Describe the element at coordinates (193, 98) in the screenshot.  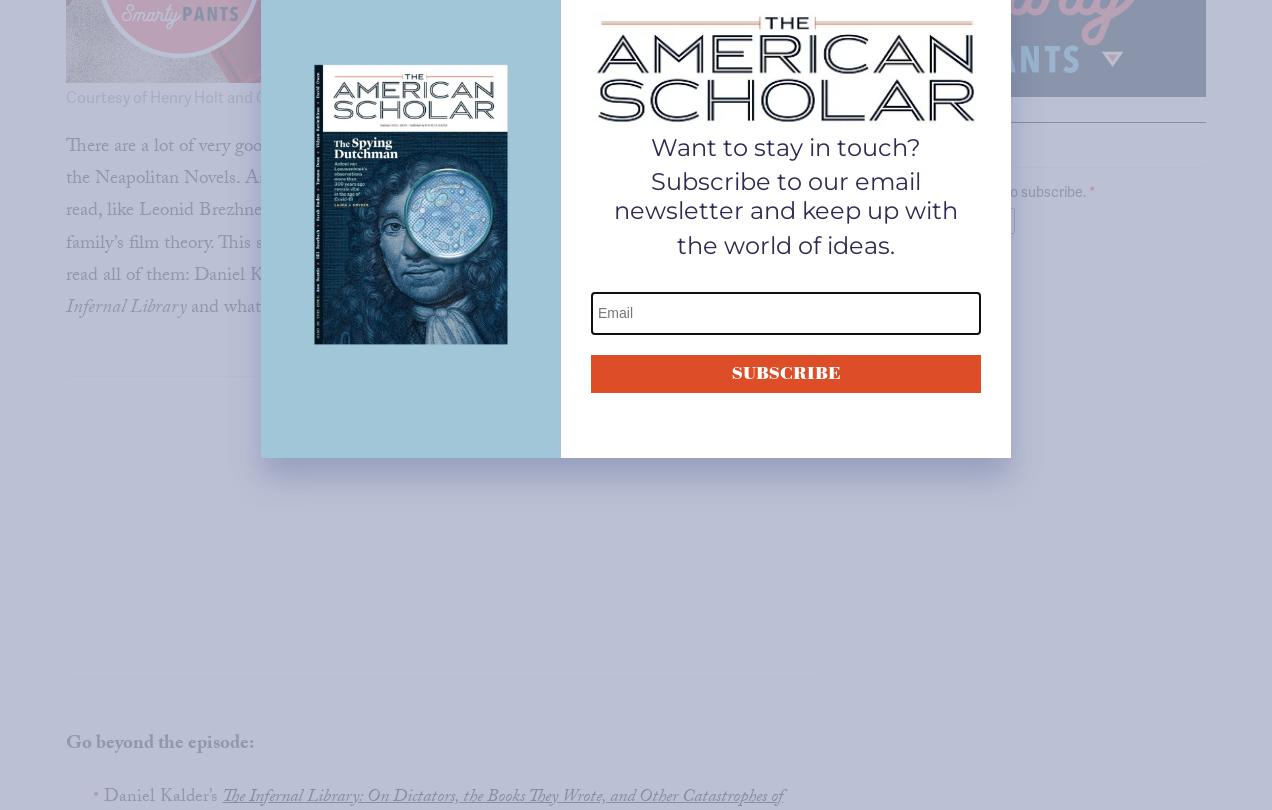
I see `'Courtesy of Henry Holt and Company'` at that location.